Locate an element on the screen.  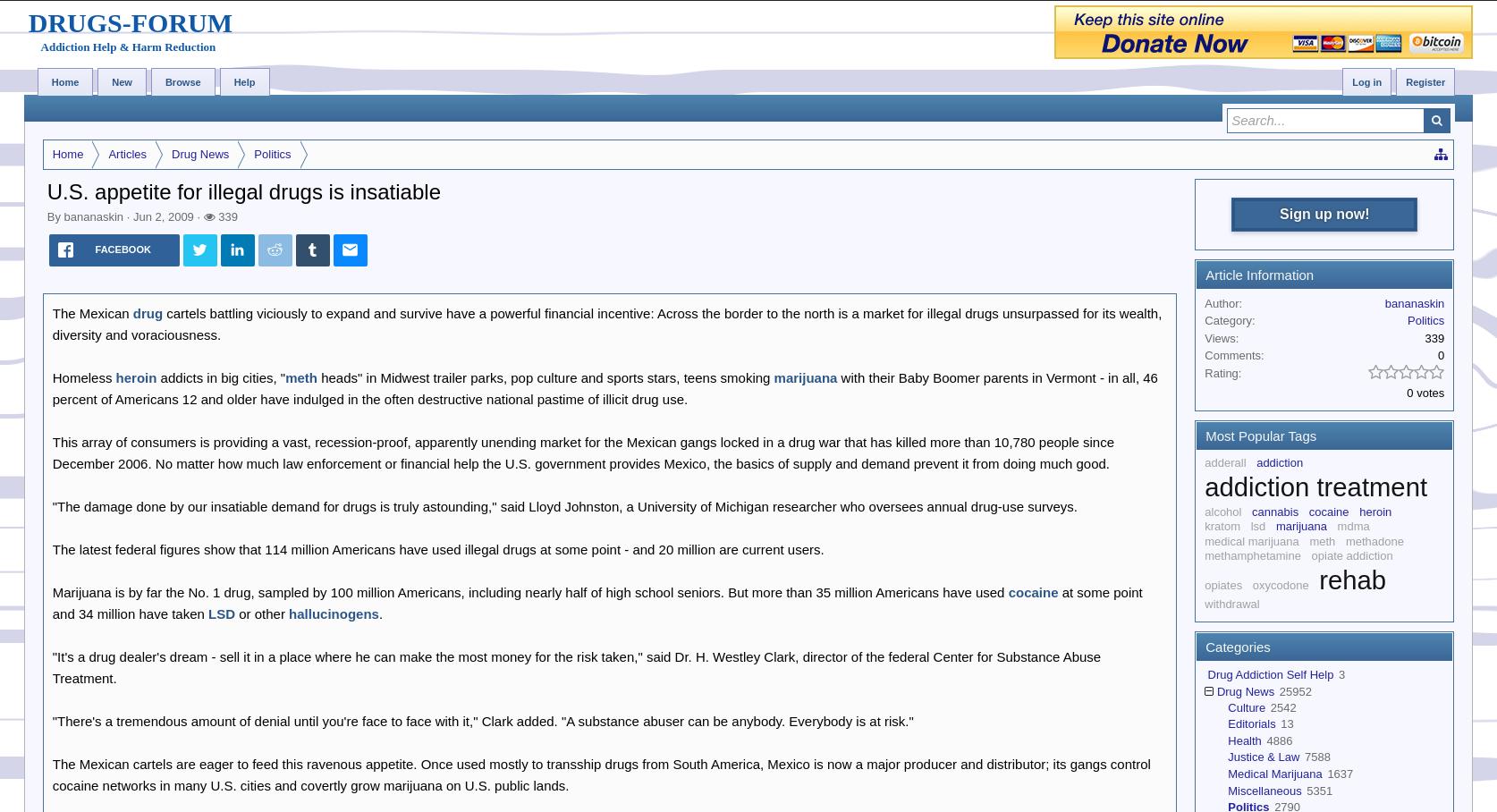
'drug' is located at coordinates (147, 312).